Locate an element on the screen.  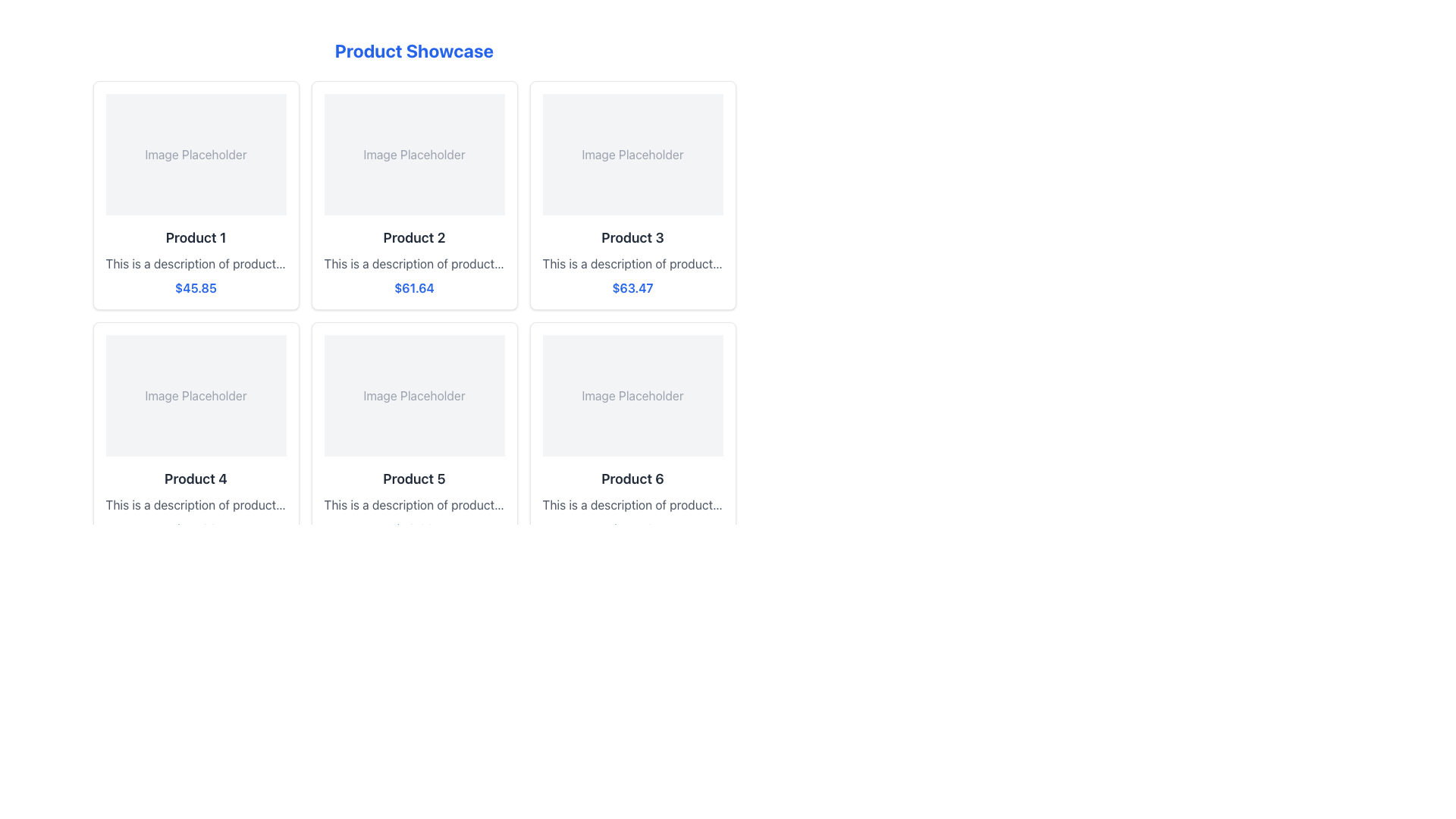
the 'Image Placeholder' section in the upper portion of the 'Product 6' card to add or replace the image is located at coordinates (632, 394).